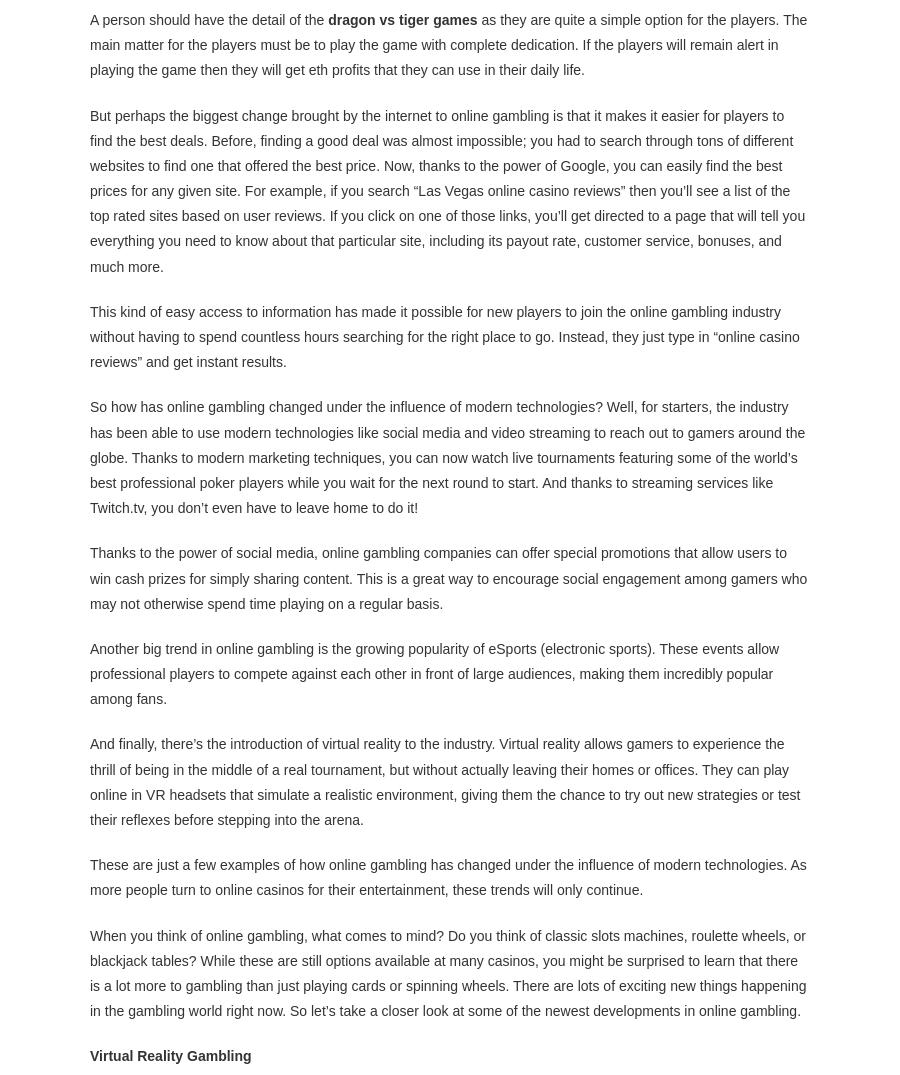  I want to click on 'But perhaps the biggest change brought by the internet to online gambling is that it makes it easier for players to find the best deals. Before, finding a good deal was almost impossible; you had to search through tons of different websites to find one that offered the best price. Now, thanks to the power of Google, you can easily find the best prices for any given site. For example, if you search “Las Vegas online casino reviews” then you’ll see a list of the top rated sites based on user reviews. If you click on one of those links, you’ll get directed to a page that will tell you everything you need to know about that particular site, including its payout rate, customer service, bonuses, and much more.', so click(447, 190).